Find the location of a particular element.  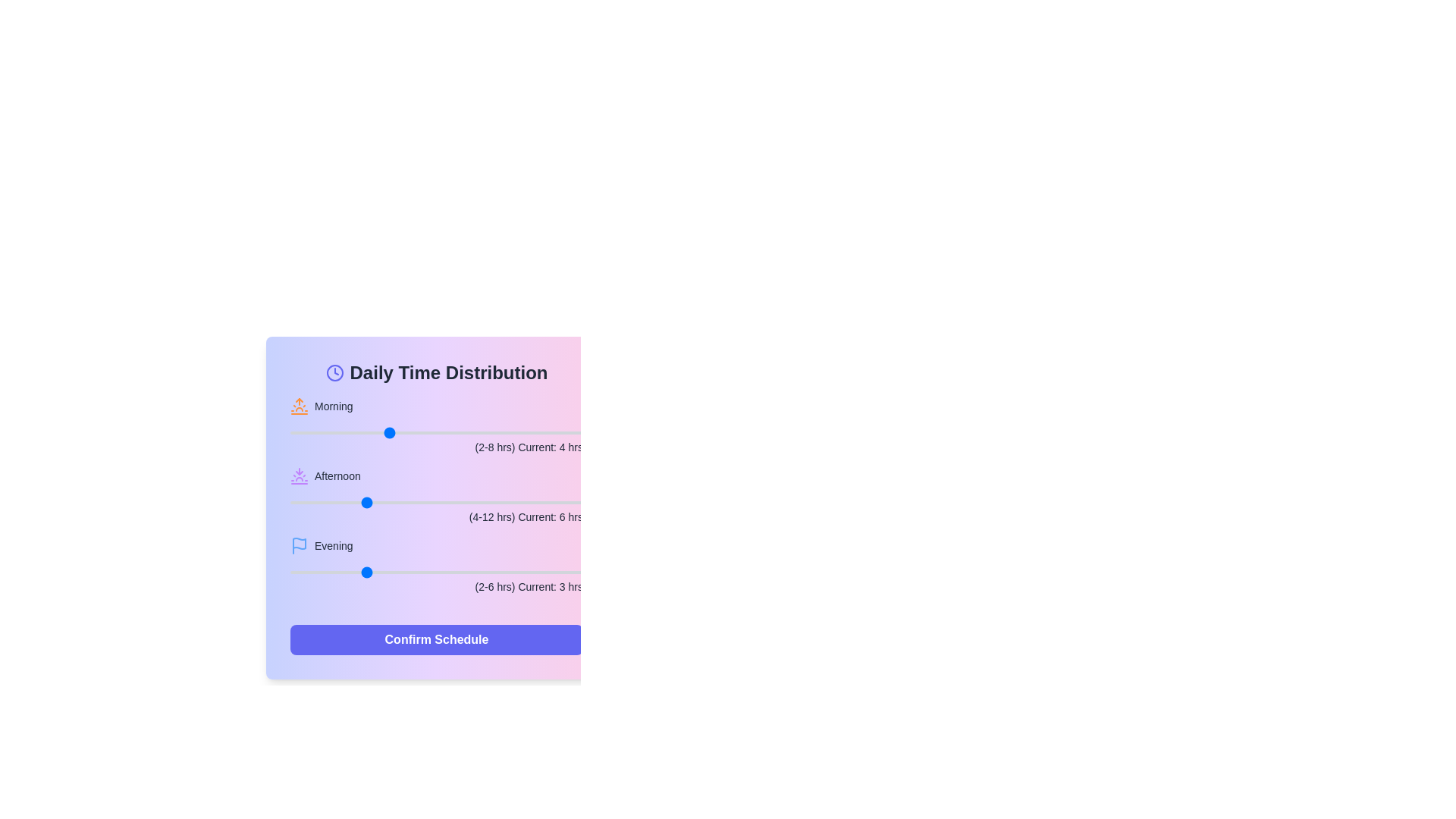

the evening time allocation is located at coordinates (290, 573).